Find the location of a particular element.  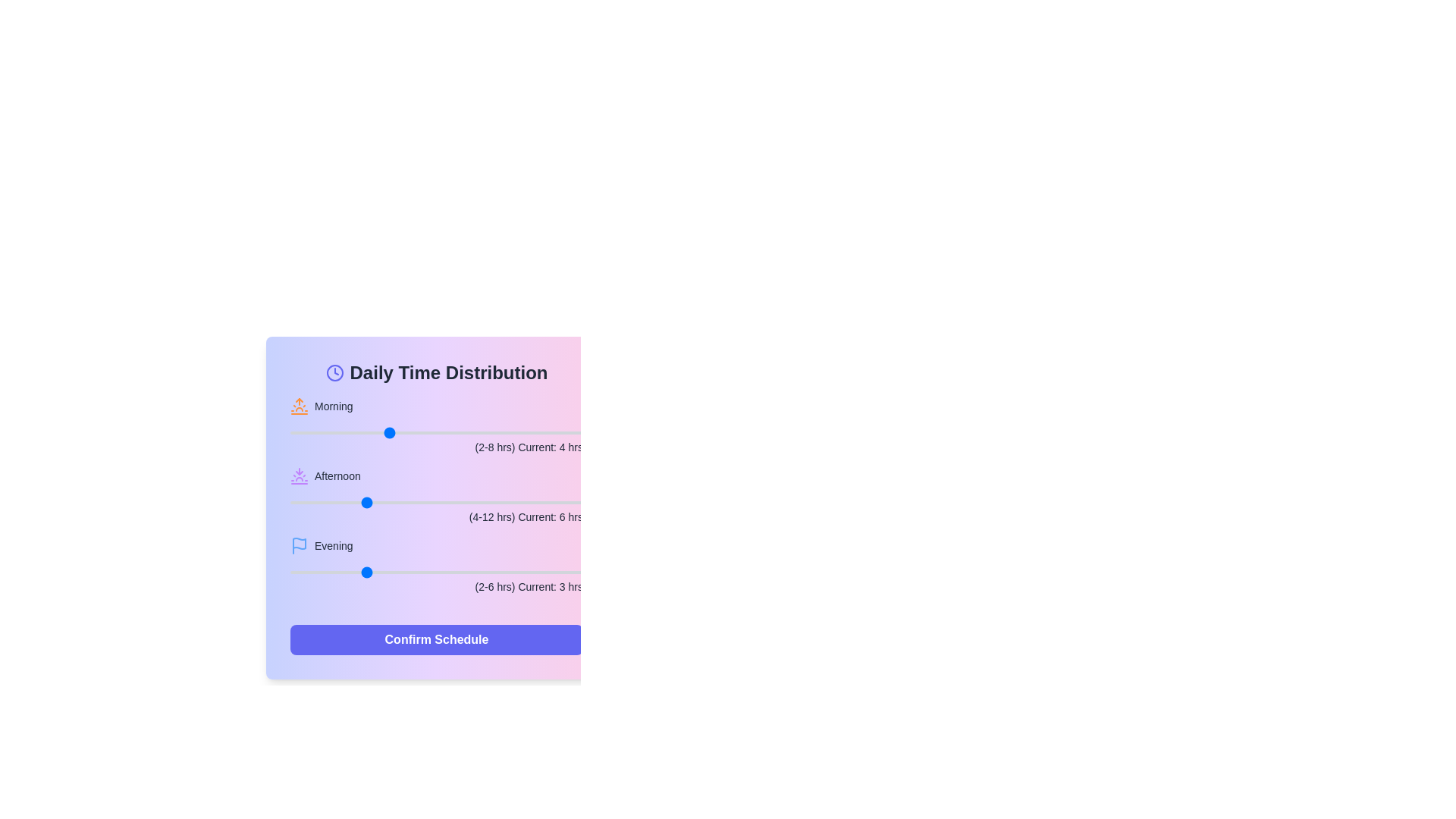

the evening time allocation is located at coordinates (290, 573).